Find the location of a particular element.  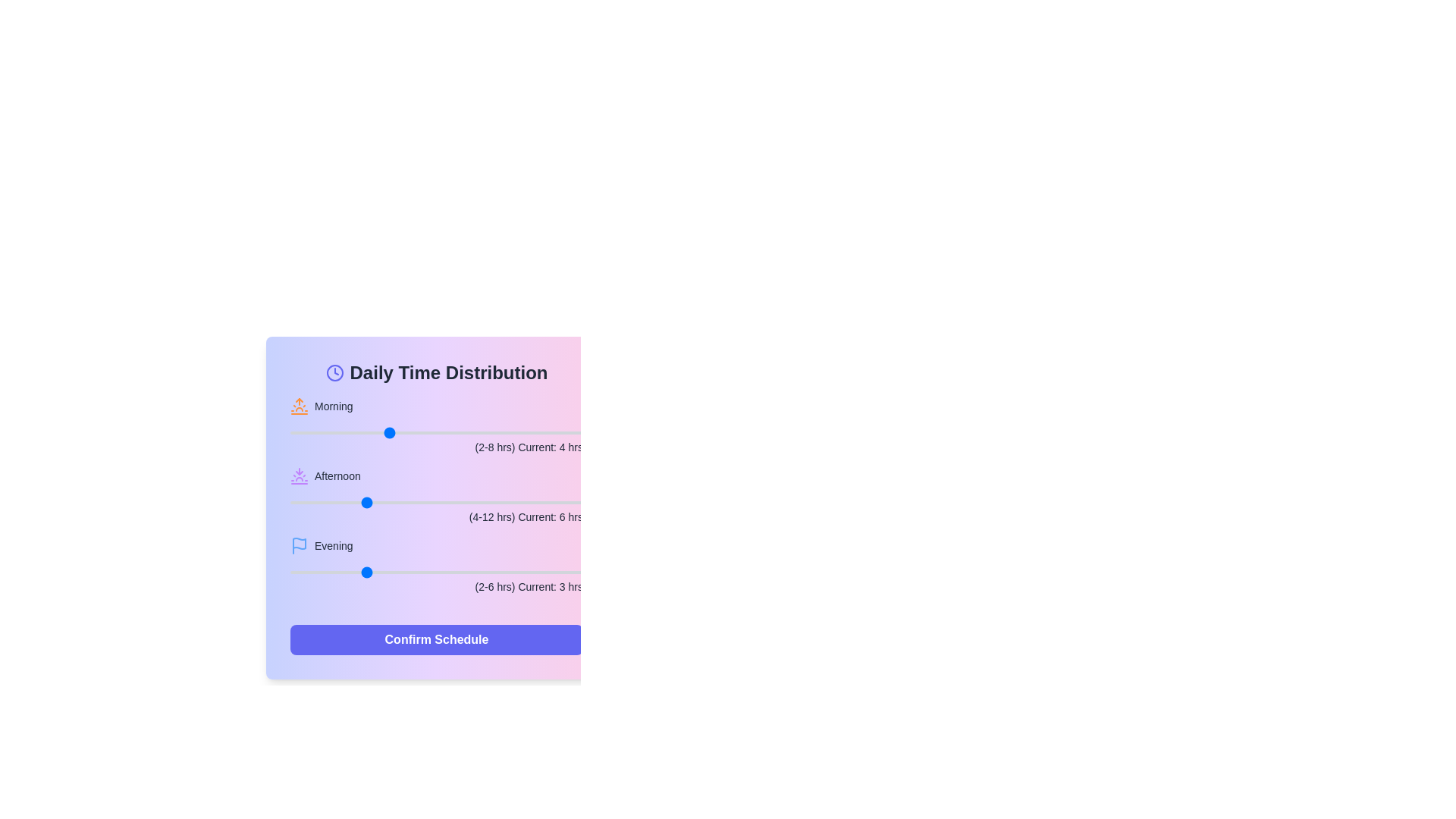

the evening time allocation is located at coordinates (290, 573).